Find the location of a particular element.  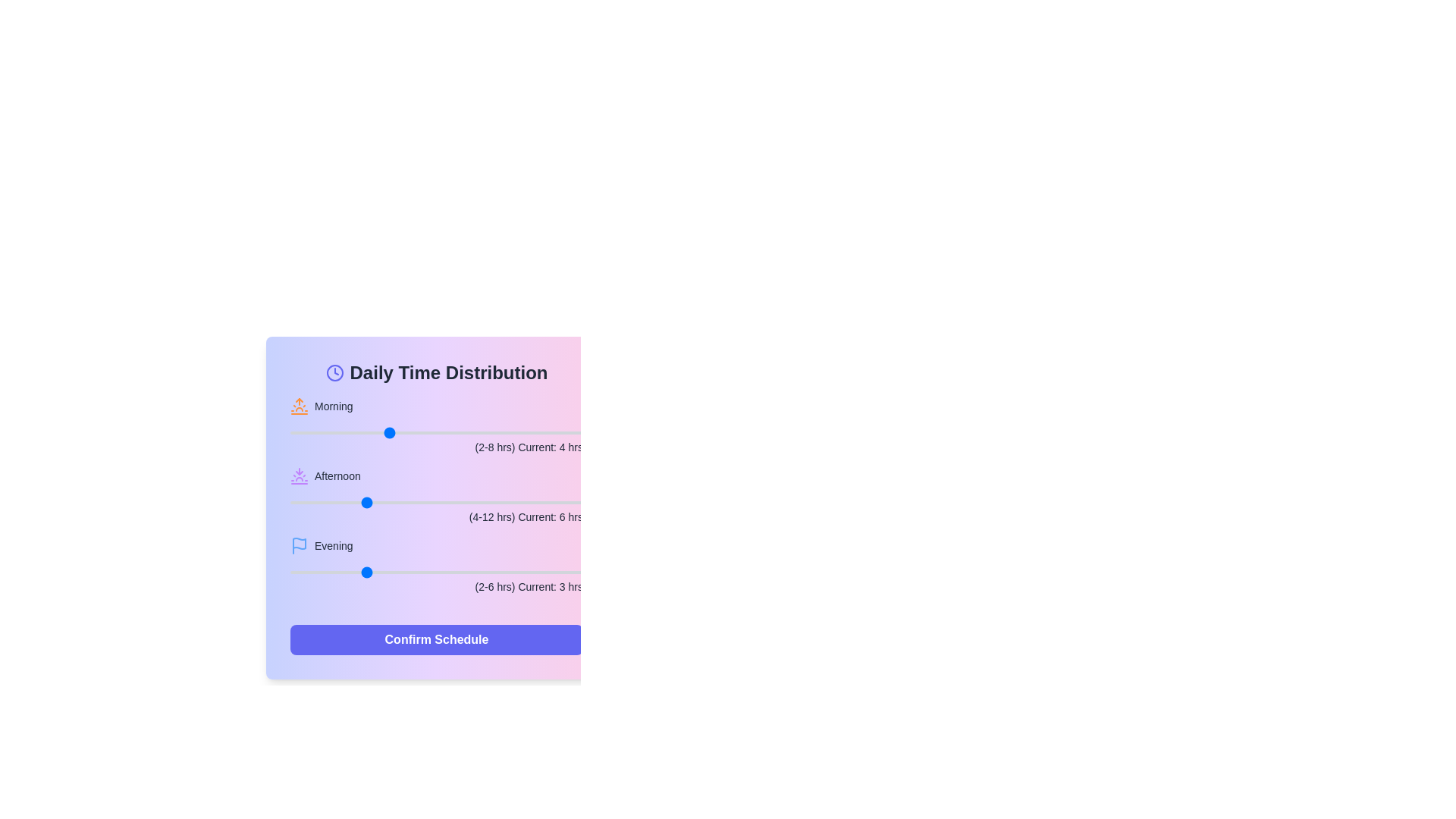

the evening time allocation is located at coordinates (290, 573).